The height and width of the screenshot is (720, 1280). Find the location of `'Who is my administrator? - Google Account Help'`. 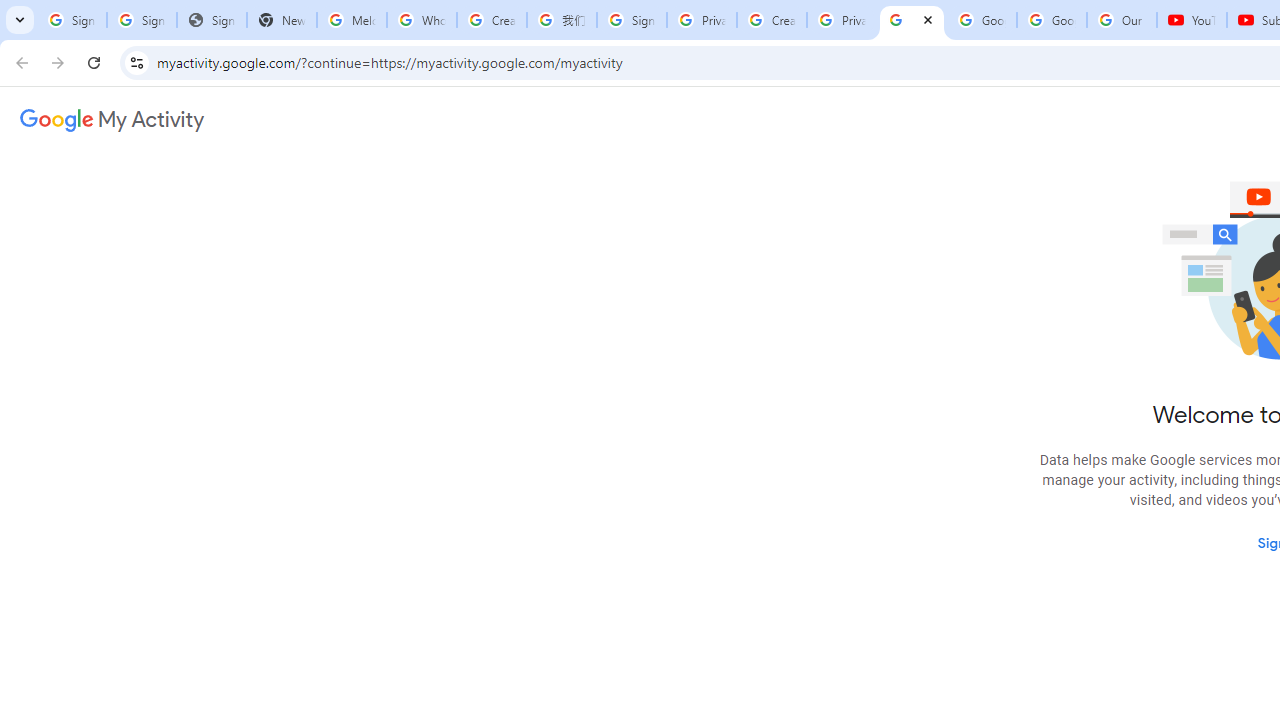

'Who is my administrator? - Google Account Help' is located at coordinates (420, 20).